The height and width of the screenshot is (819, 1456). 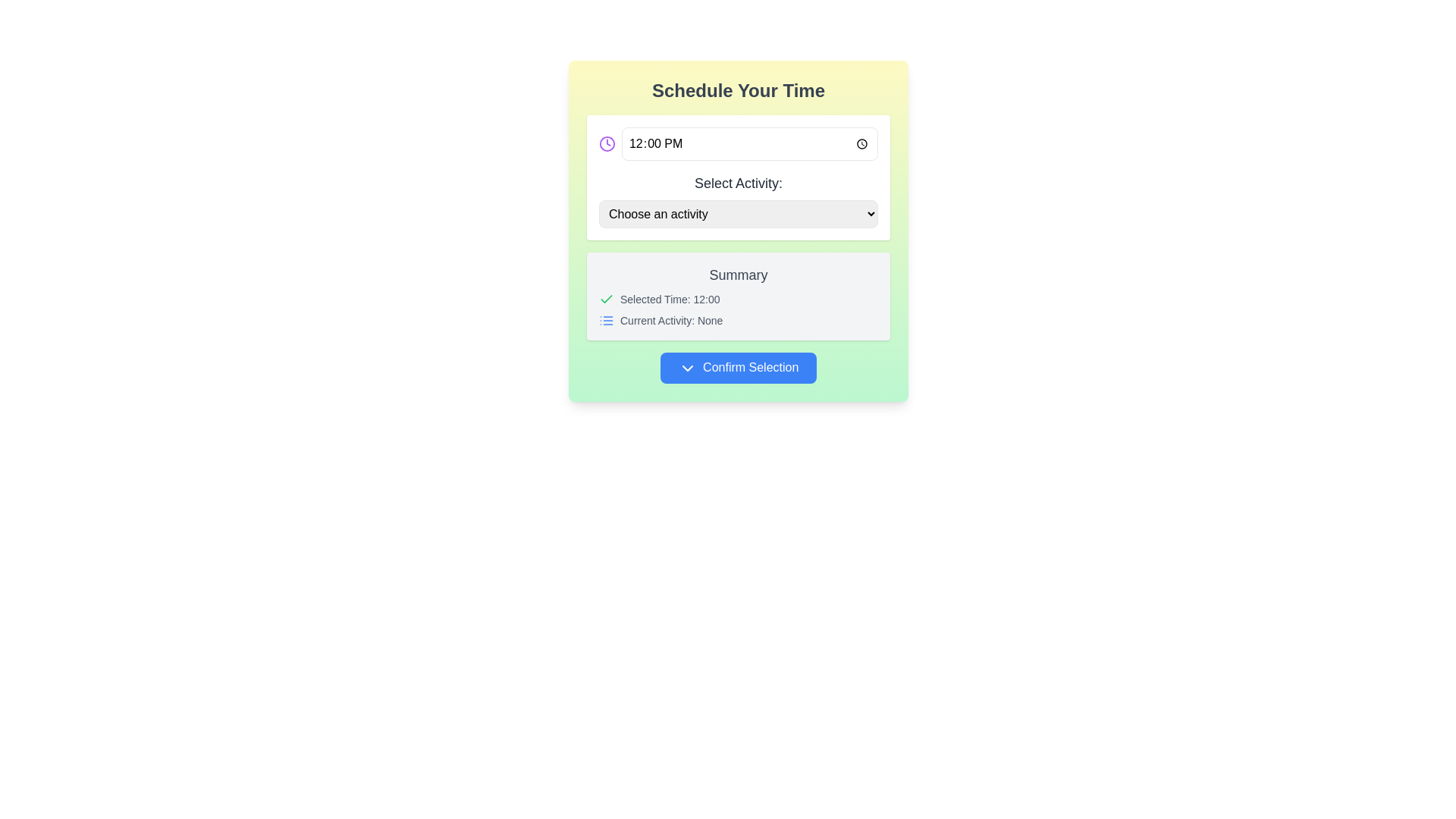 What do you see at coordinates (739, 143) in the screenshot?
I see `the time input field displaying '12:00 PM', which is the primary element for time selection located above the 'Select Activity' dropdown` at bounding box center [739, 143].